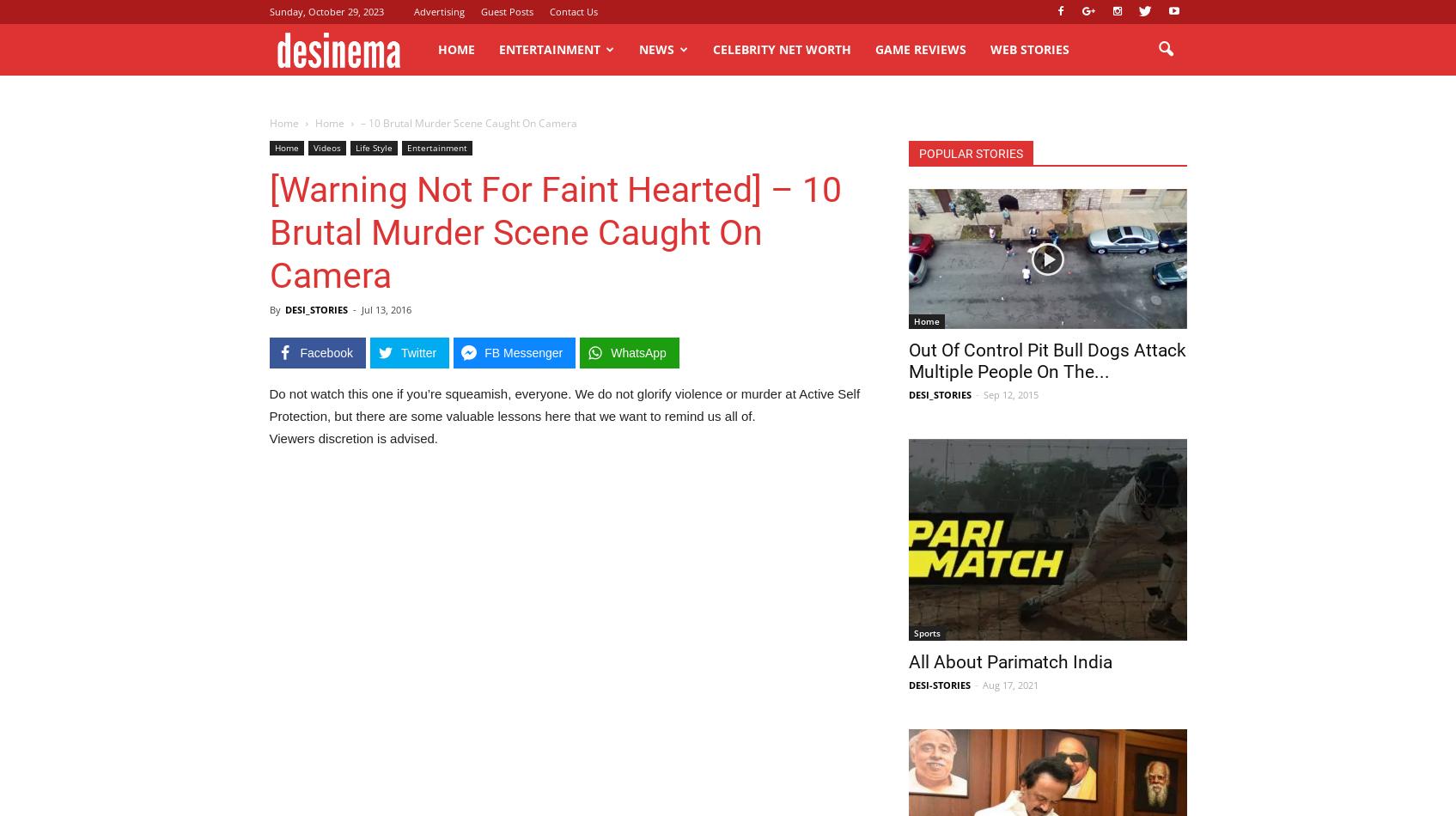 This screenshot has height=816, width=1456. What do you see at coordinates (1046, 360) in the screenshot?
I see `'Out Of Control Pit Bull Dogs Attack Multiple People On The...'` at bounding box center [1046, 360].